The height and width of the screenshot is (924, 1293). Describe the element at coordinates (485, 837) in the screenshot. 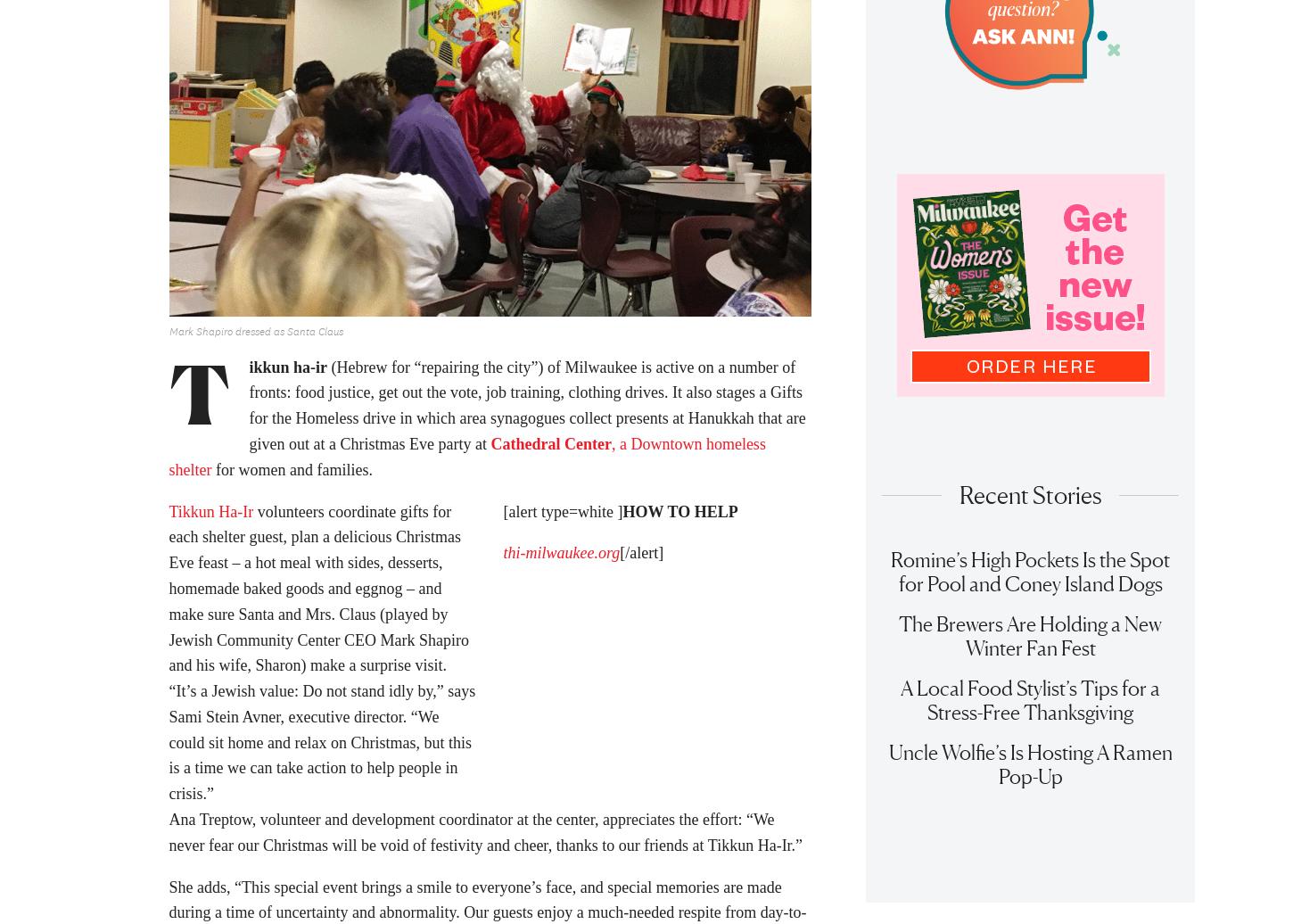

I see `'Ana Treptow, volunteer and development coordinator at the center, appreciates the effort: “We never fear our Christmas will be void of festivity and cheer, thanks to our friends at Tikkun Ha-Ir.”'` at that location.